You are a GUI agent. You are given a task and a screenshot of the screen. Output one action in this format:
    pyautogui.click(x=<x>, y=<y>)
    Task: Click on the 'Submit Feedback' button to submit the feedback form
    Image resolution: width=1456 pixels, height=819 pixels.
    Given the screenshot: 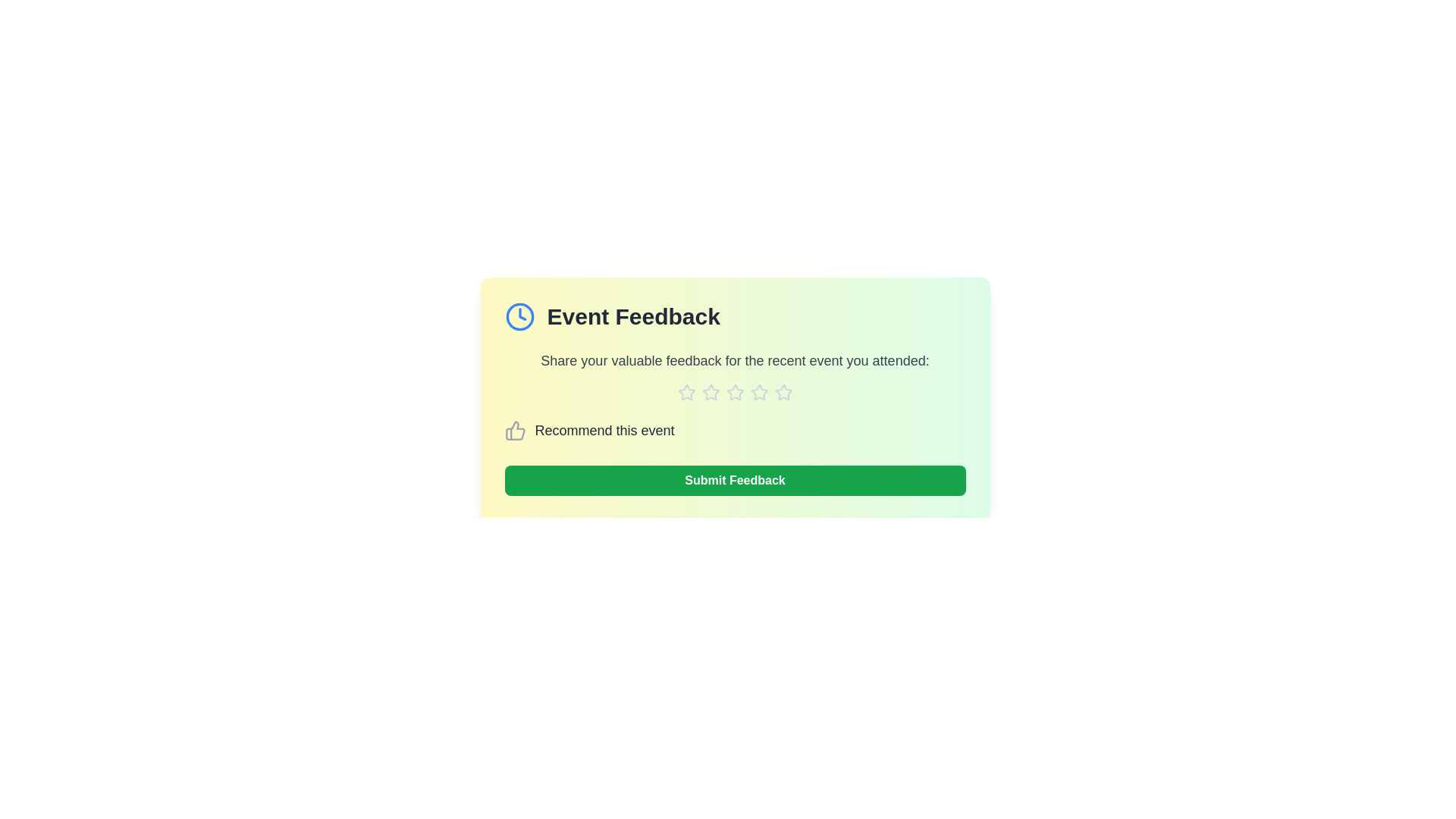 What is the action you would take?
    pyautogui.click(x=735, y=480)
    